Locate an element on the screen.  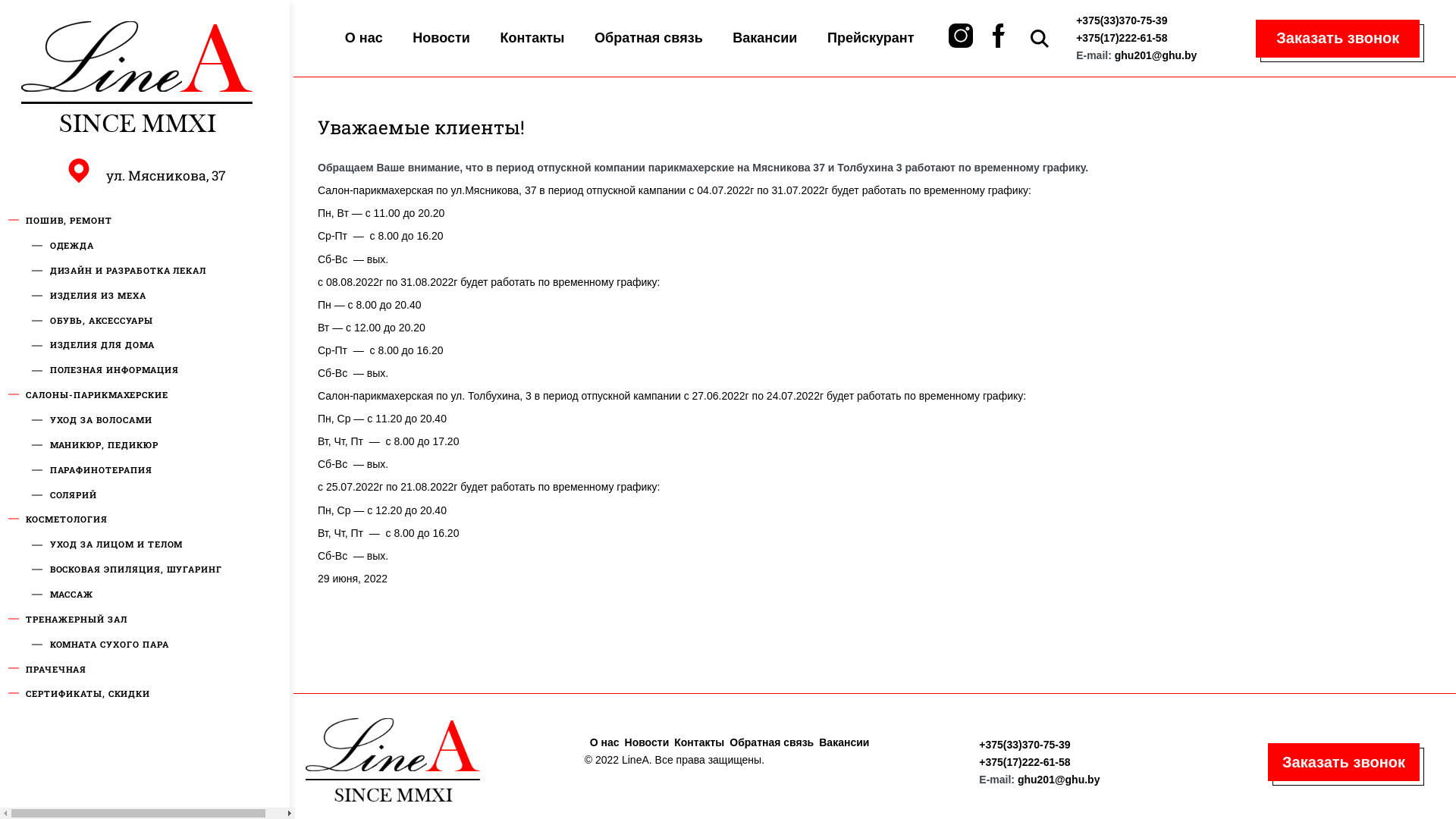
'ghu201@ghu.by' is located at coordinates (1058, 780).